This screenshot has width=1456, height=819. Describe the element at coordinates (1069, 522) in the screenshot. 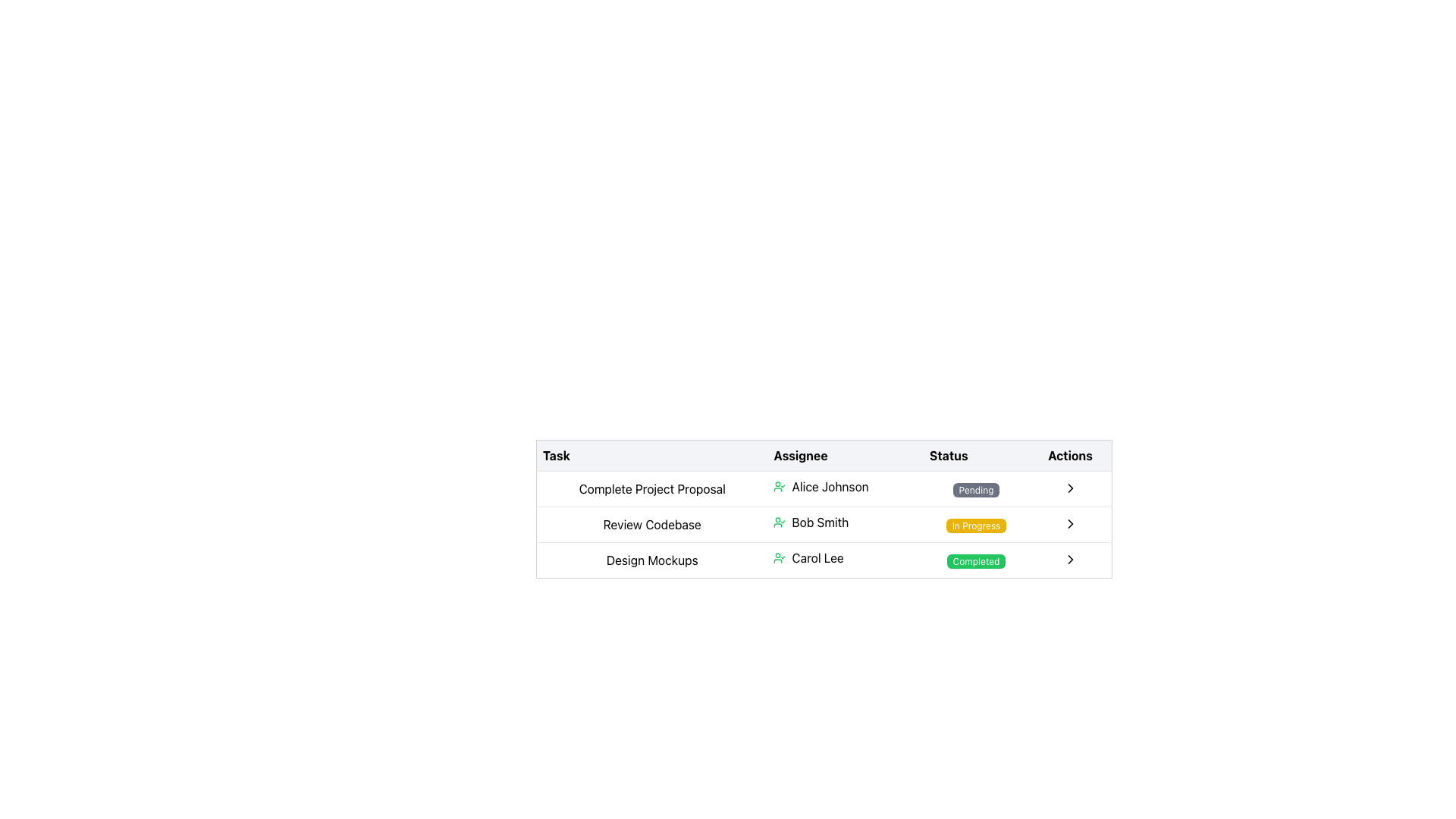

I see `the right-pointing chevron icon in the 'Actions' column of the table for the task assigned to 'Bob Smith' with status 'In Progress'` at that location.